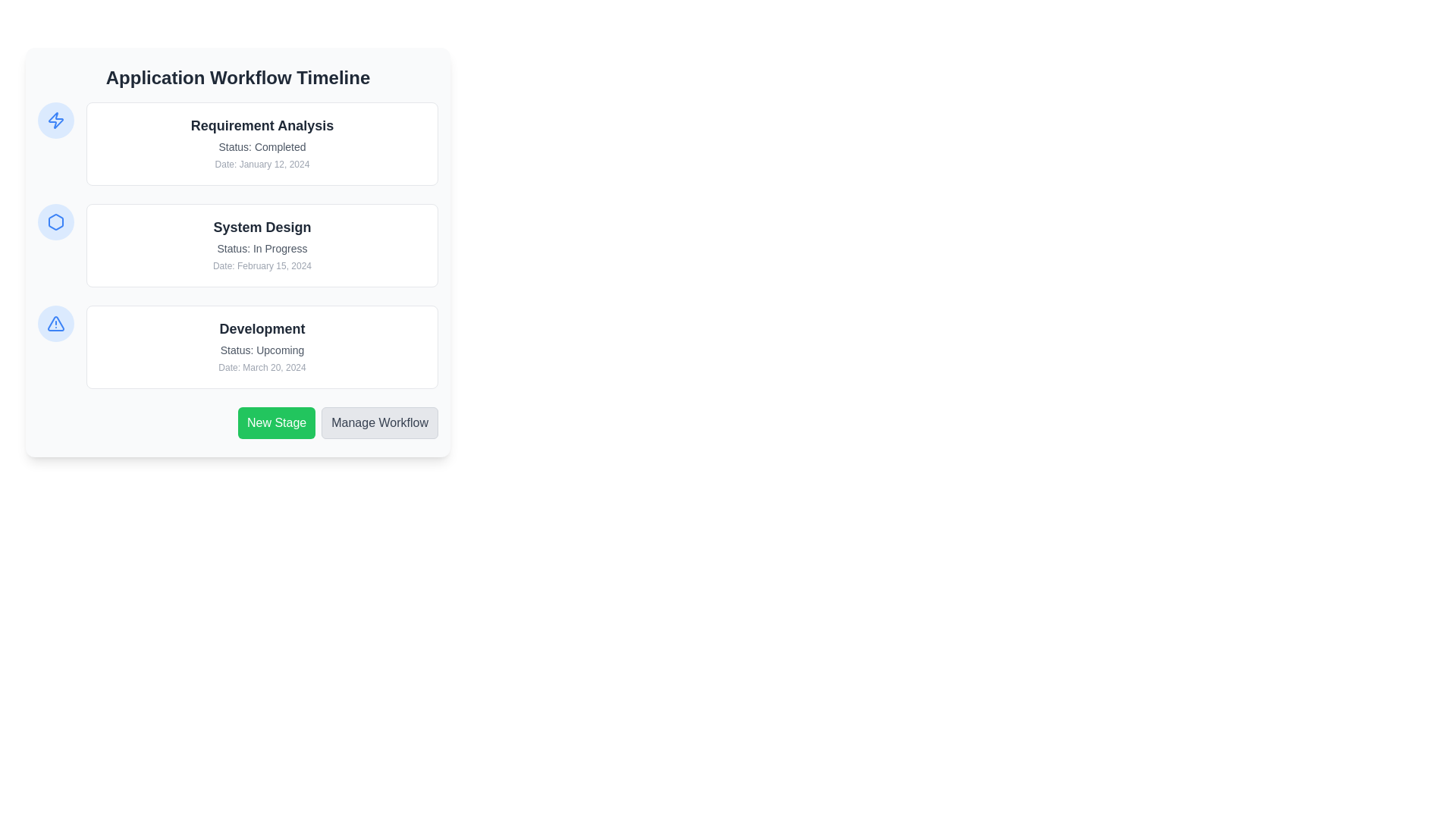  What do you see at coordinates (55, 323) in the screenshot?
I see `the alert icon indicating a notable or warning status for the 'Development' stage, located next to the 'Development' heading at the bottom-most group of elements` at bounding box center [55, 323].